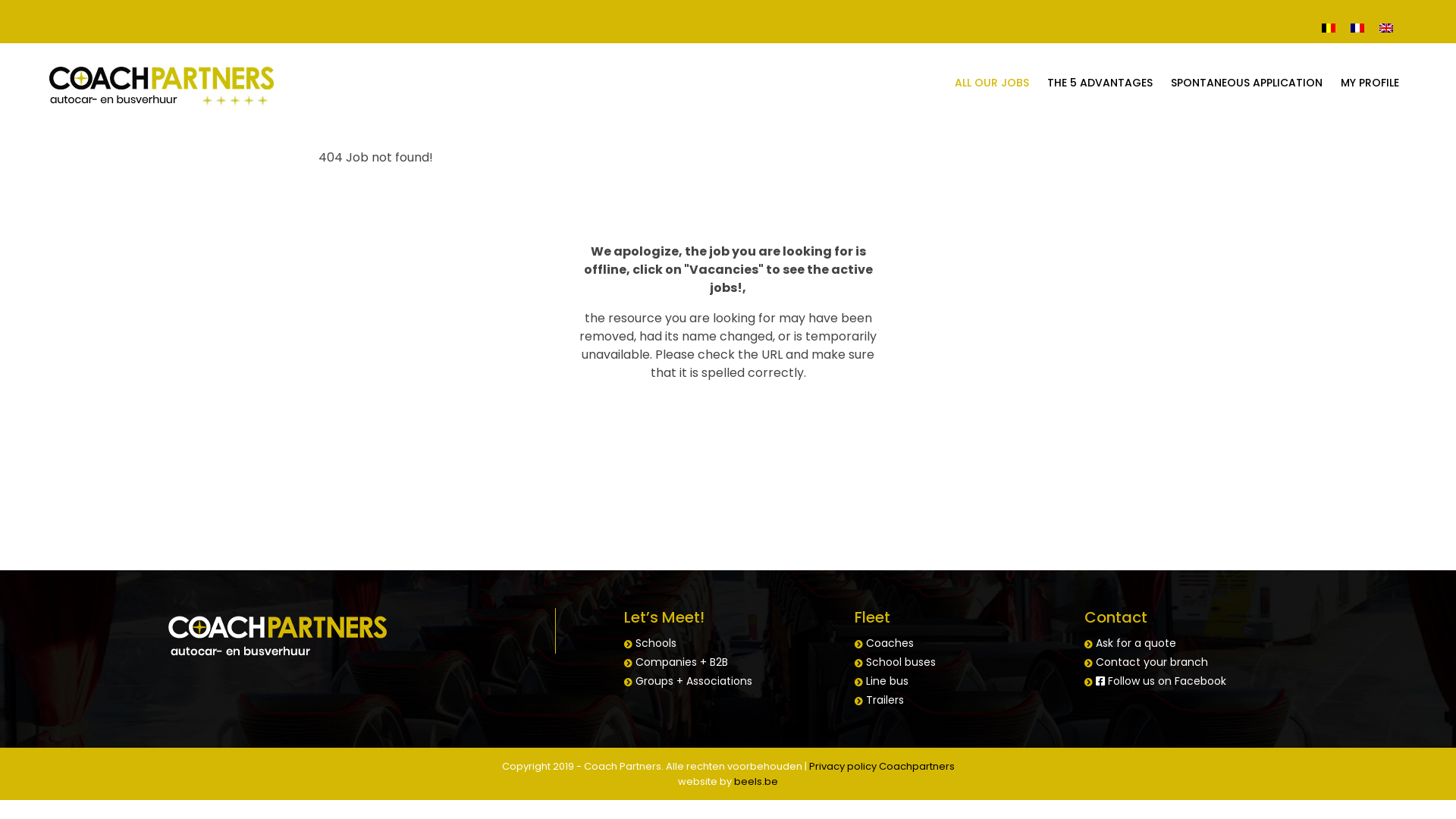 The image size is (1456, 819). I want to click on 'School buses', so click(866, 661).